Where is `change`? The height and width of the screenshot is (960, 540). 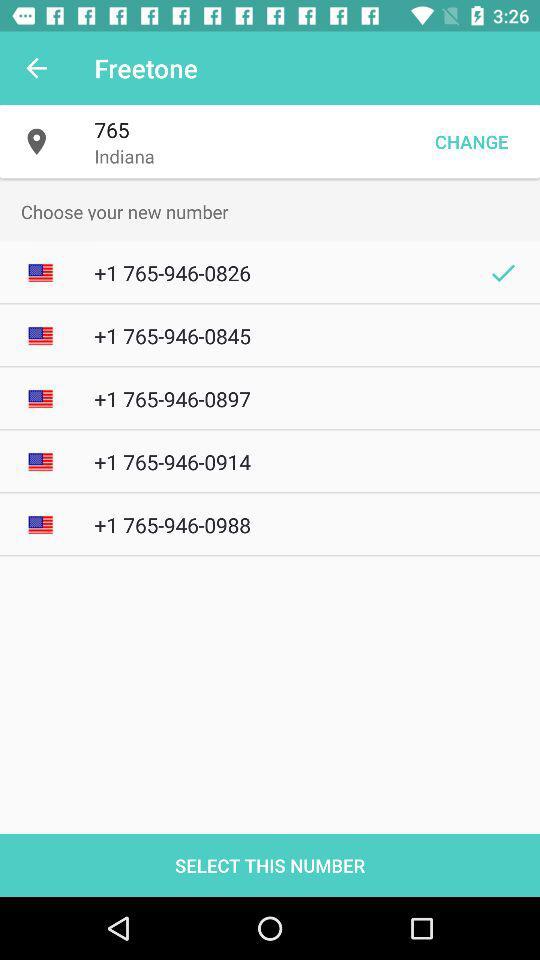
change is located at coordinates (471, 140).